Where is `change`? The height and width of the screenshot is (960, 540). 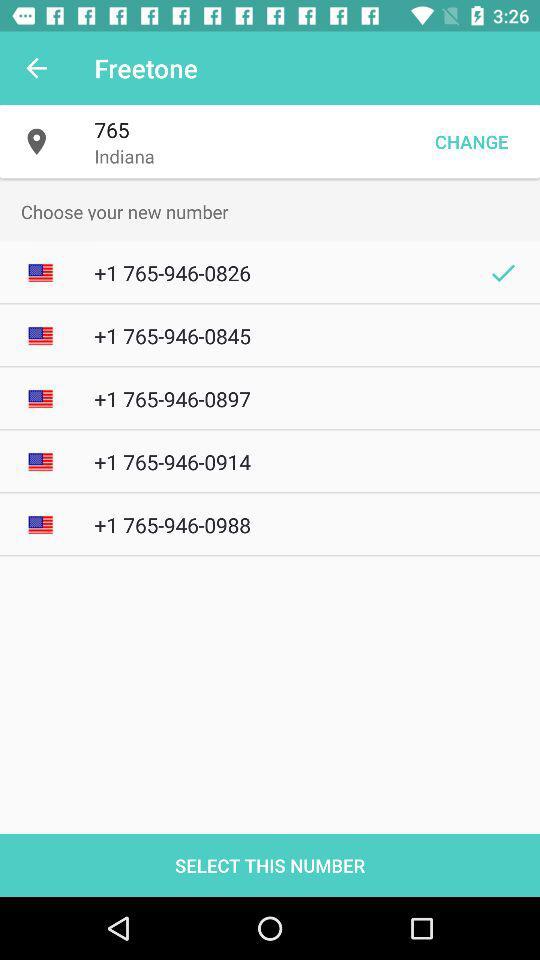
change is located at coordinates (471, 140).